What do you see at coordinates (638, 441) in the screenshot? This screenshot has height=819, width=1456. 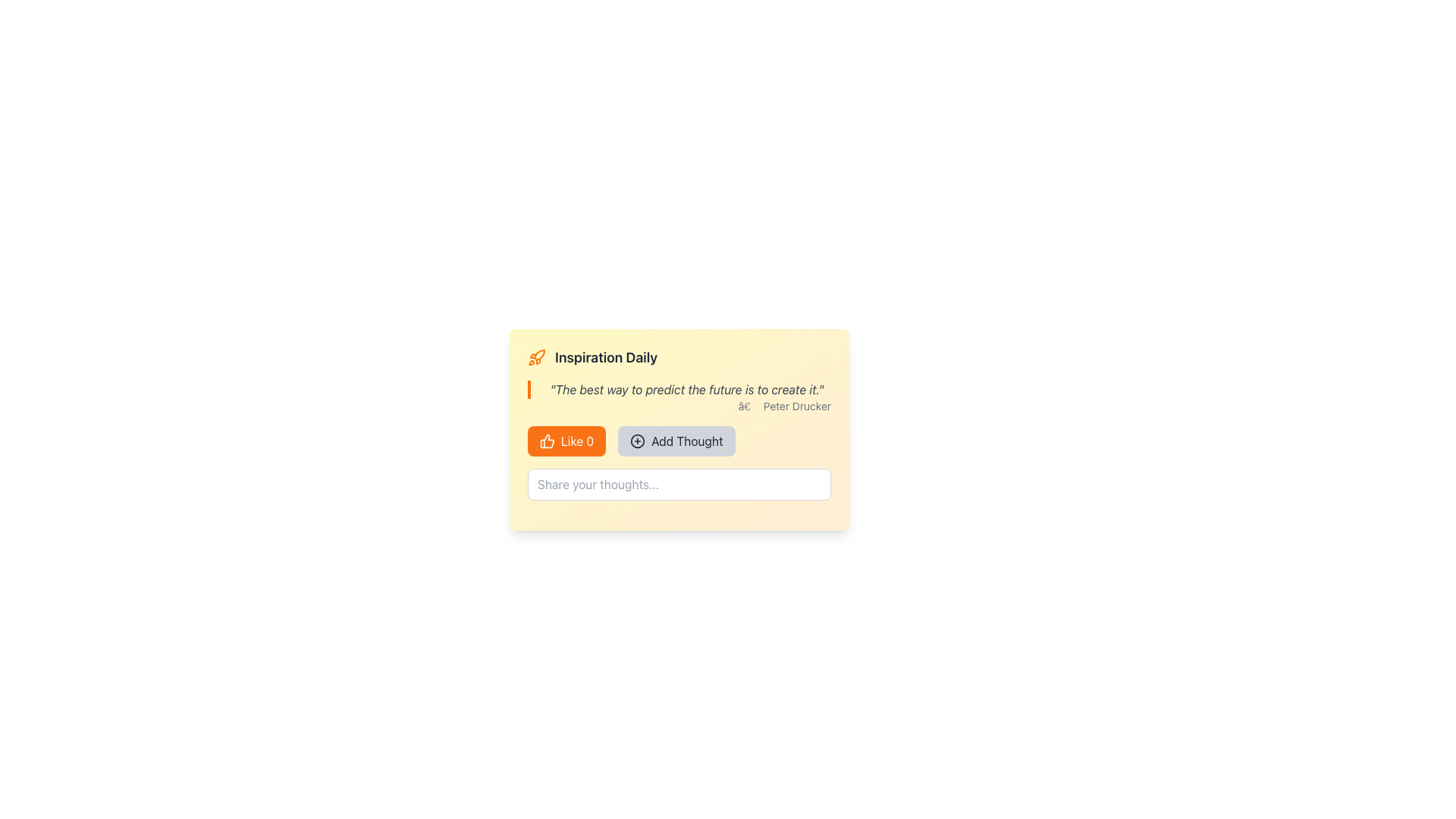 I see `the SVG Circle element, which serves as the background of an SVG icon located near the bottom-right of the main content area, adjacent to the 'Like' and 'Add Thought' buttons` at bounding box center [638, 441].